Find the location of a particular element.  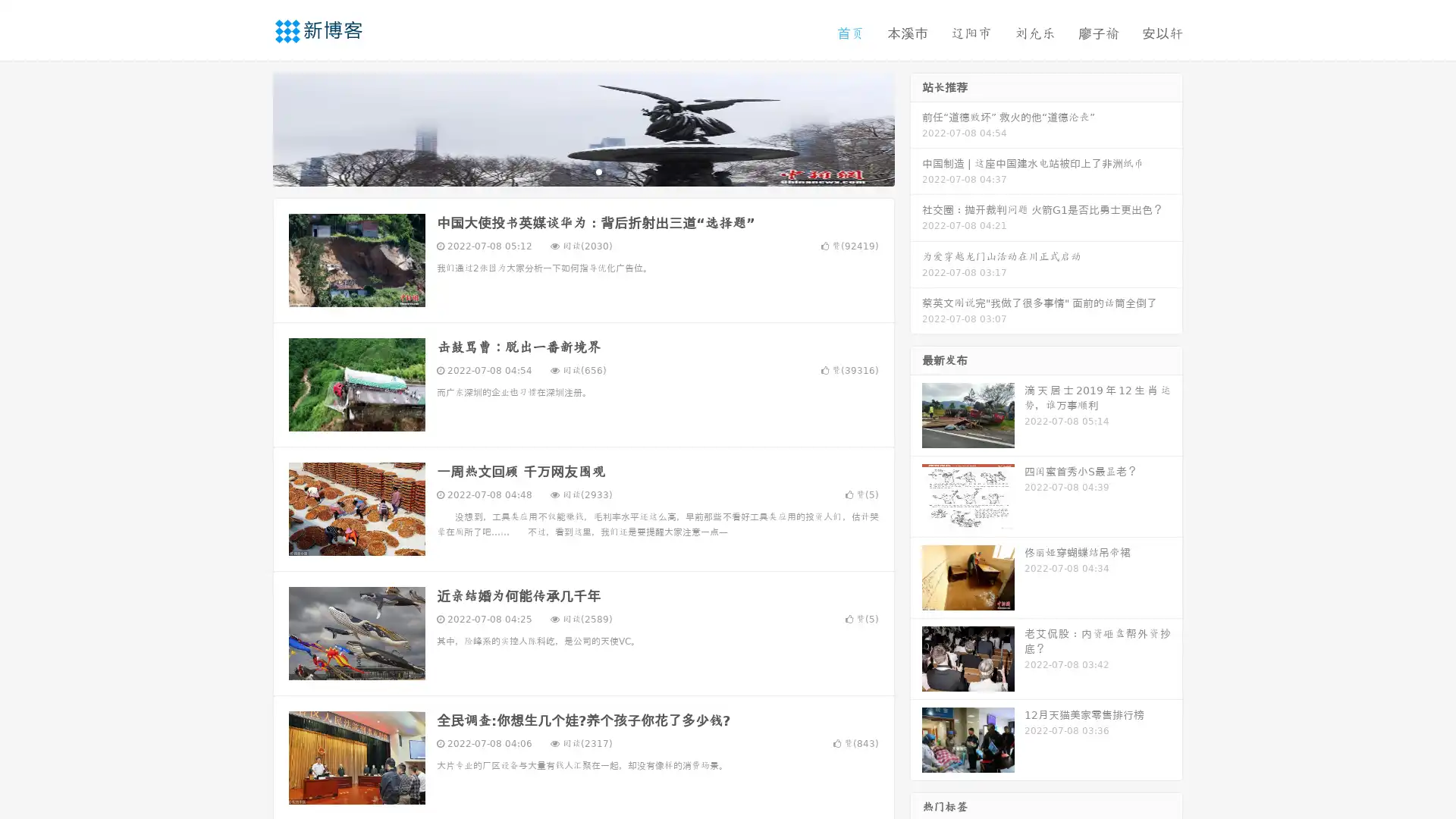

Go to slide 3 is located at coordinates (598, 171).